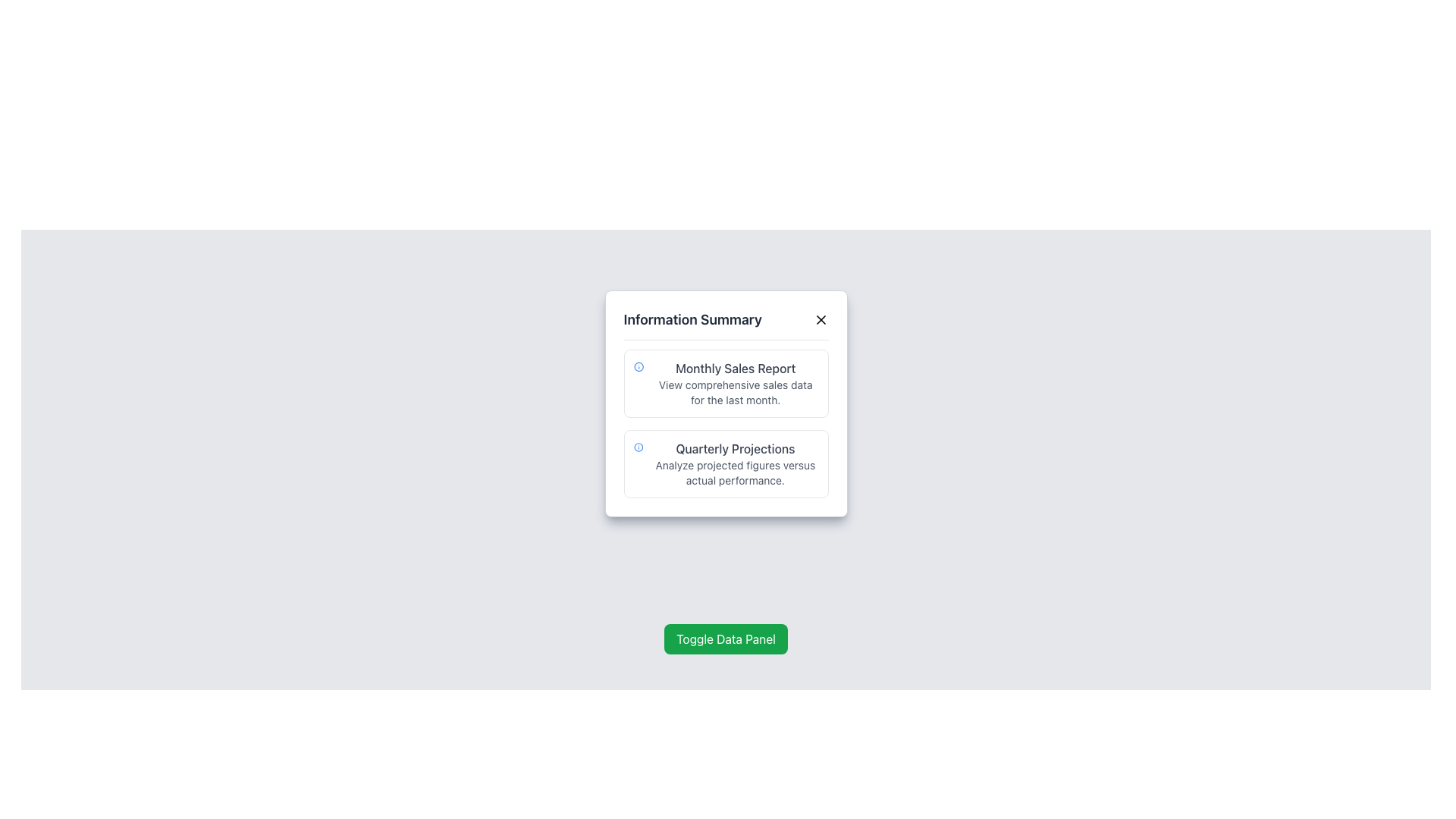 The width and height of the screenshot is (1456, 819). What do you see at coordinates (736, 369) in the screenshot?
I see `the text label displaying 'Monthly Sales Report' in the 'Information Summary' dialog box, which is positioned near the top of the dialog and next to a radio button` at bounding box center [736, 369].